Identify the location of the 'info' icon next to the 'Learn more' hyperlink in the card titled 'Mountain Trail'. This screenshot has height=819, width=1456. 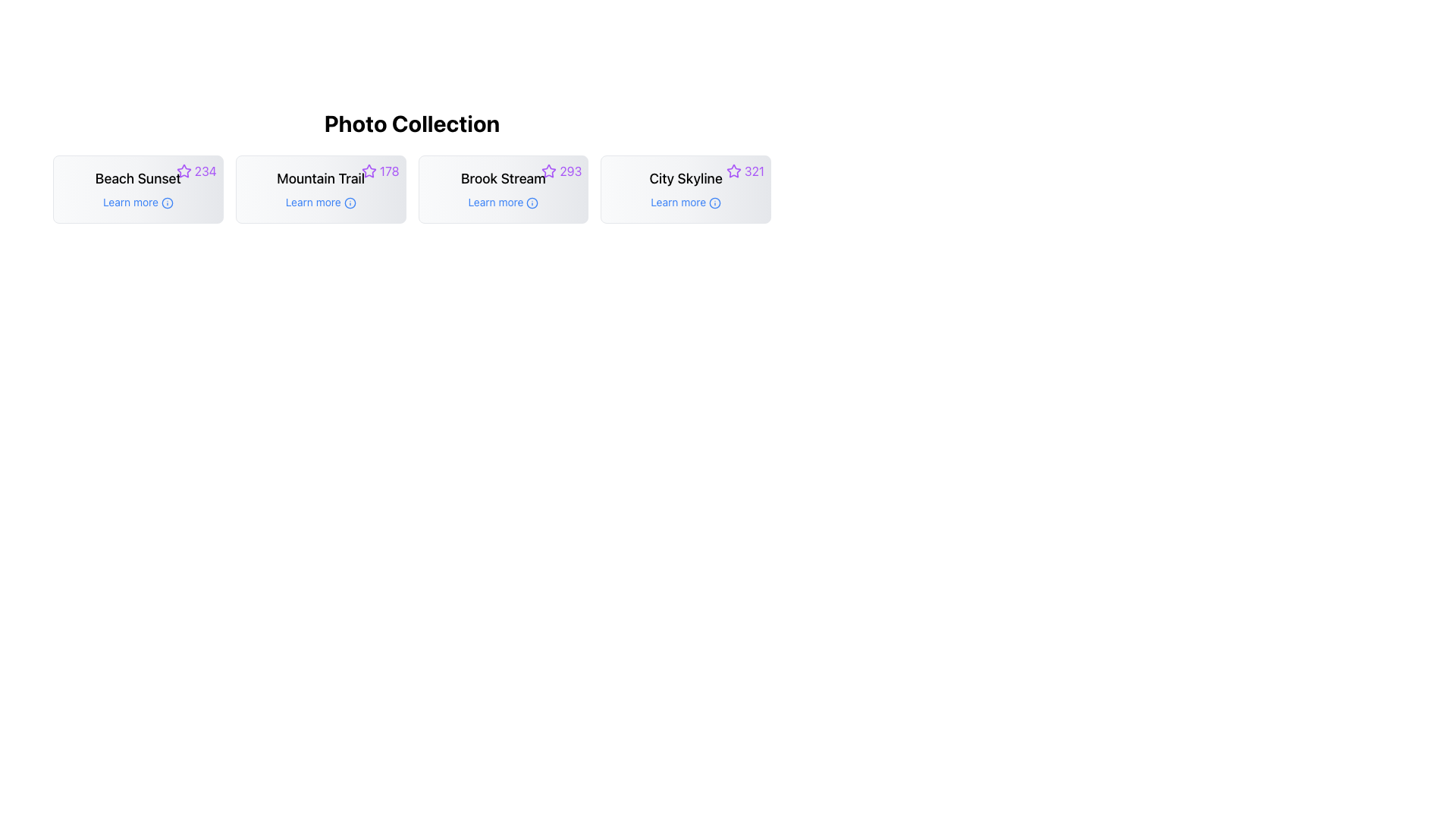
(320, 201).